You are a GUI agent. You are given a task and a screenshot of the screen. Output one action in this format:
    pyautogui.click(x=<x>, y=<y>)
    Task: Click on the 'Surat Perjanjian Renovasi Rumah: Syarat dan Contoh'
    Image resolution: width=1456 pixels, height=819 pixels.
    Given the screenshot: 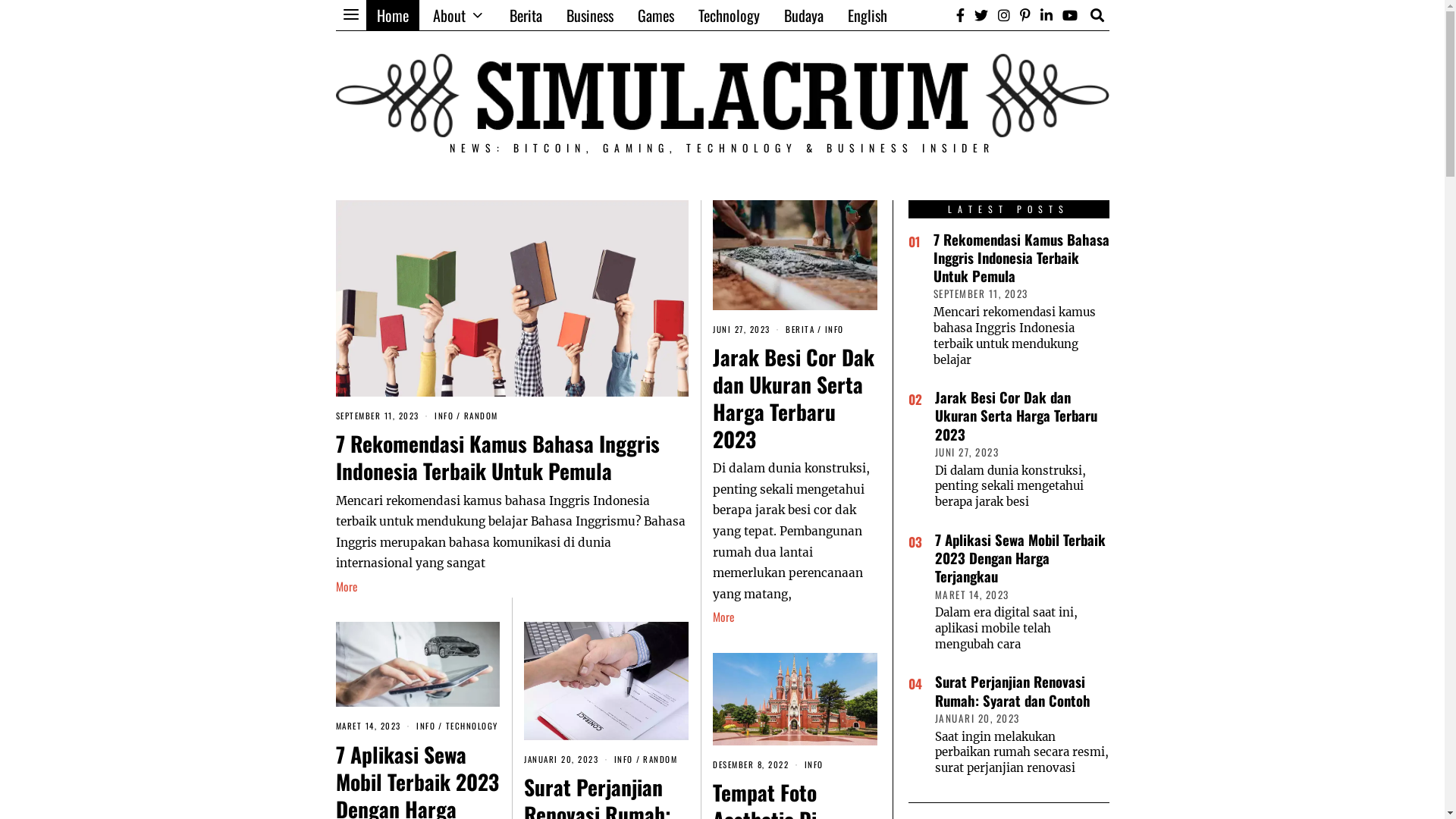 What is the action you would take?
    pyautogui.click(x=1012, y=690)
    